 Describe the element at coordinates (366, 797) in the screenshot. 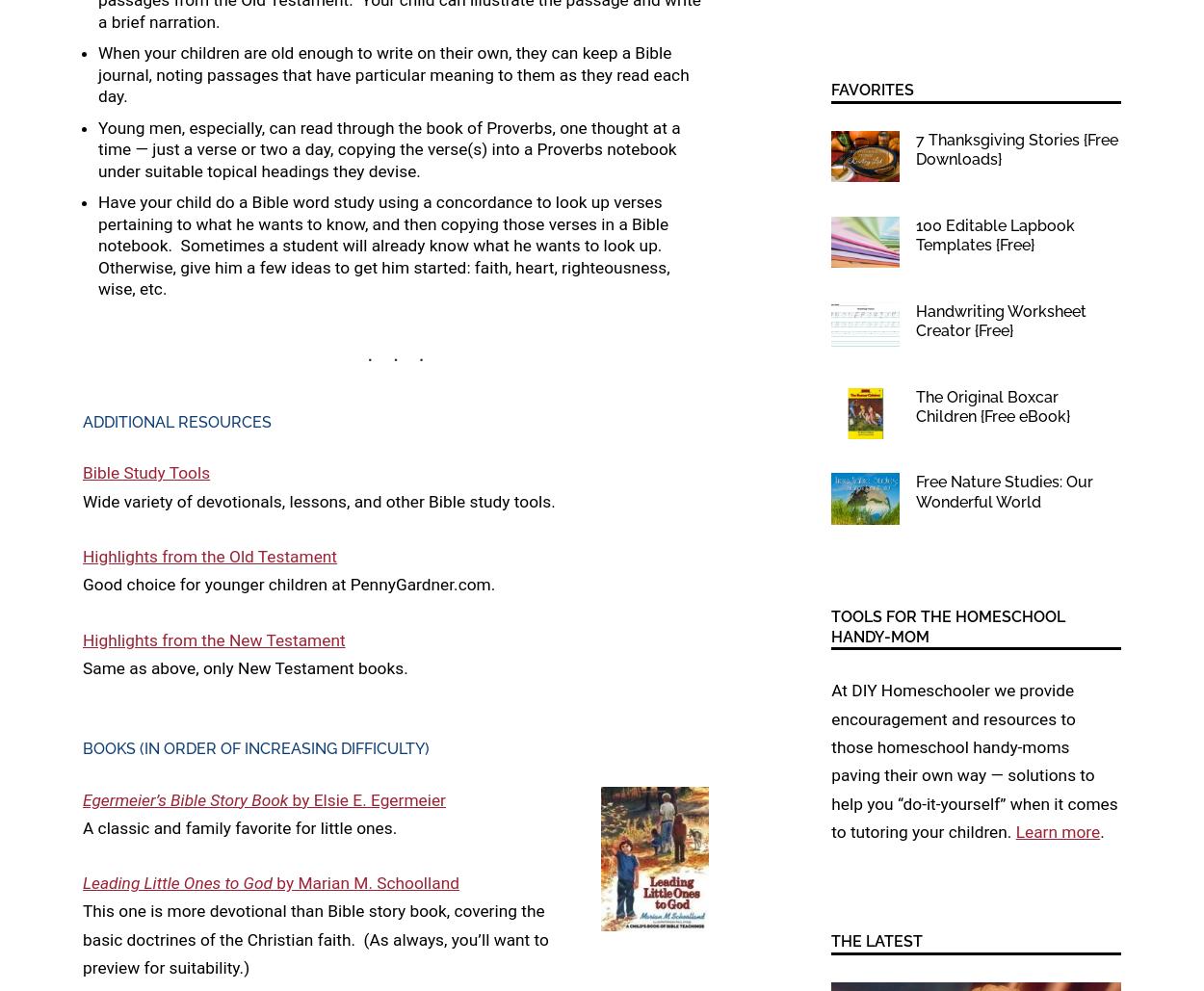

I see `'by Elsie E. Egermeier'` at that location.